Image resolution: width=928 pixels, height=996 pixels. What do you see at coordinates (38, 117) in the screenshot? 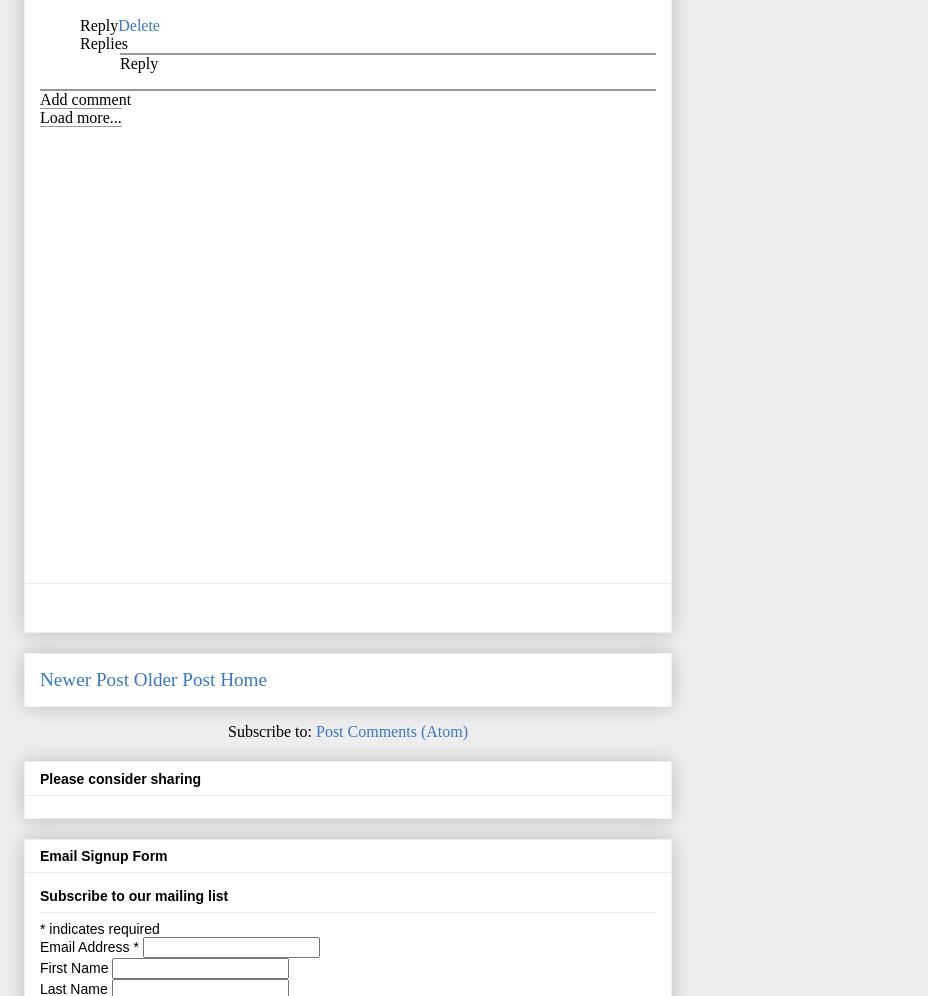
I see `'Load more...'` at bounding box center [38, 117].